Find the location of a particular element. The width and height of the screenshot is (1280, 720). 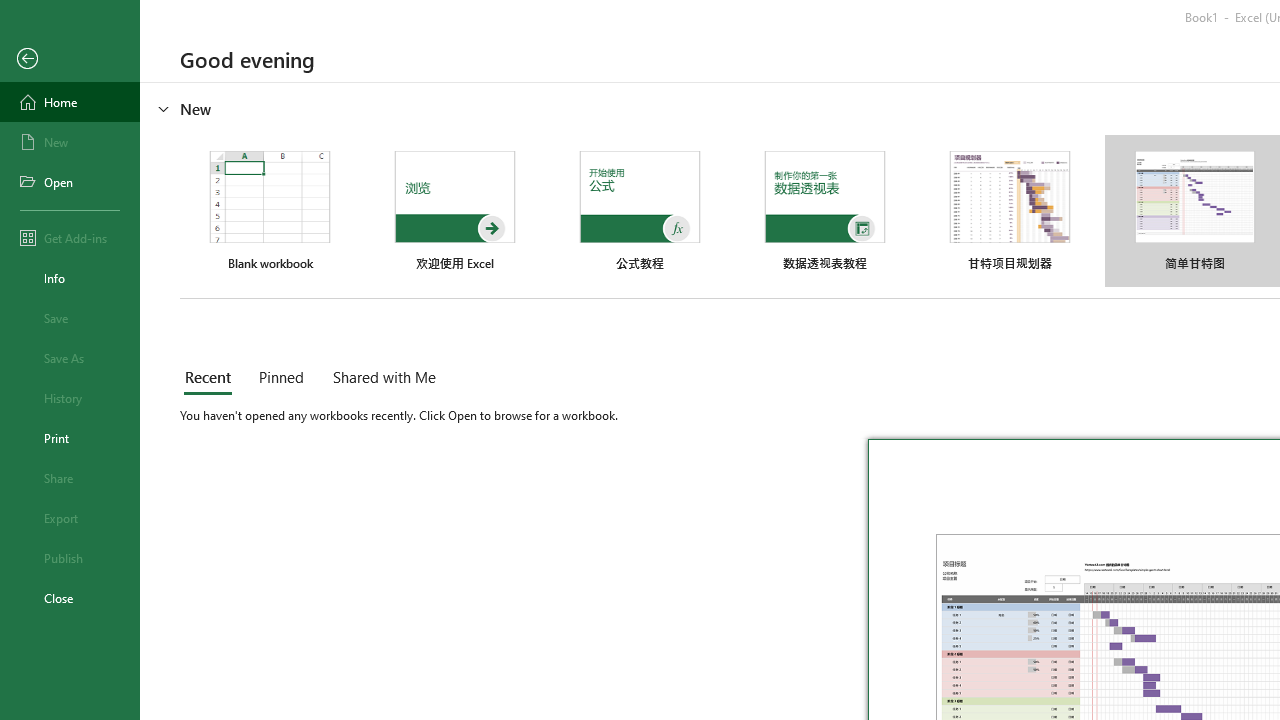

'Share' is located at coordinates (69, 478).